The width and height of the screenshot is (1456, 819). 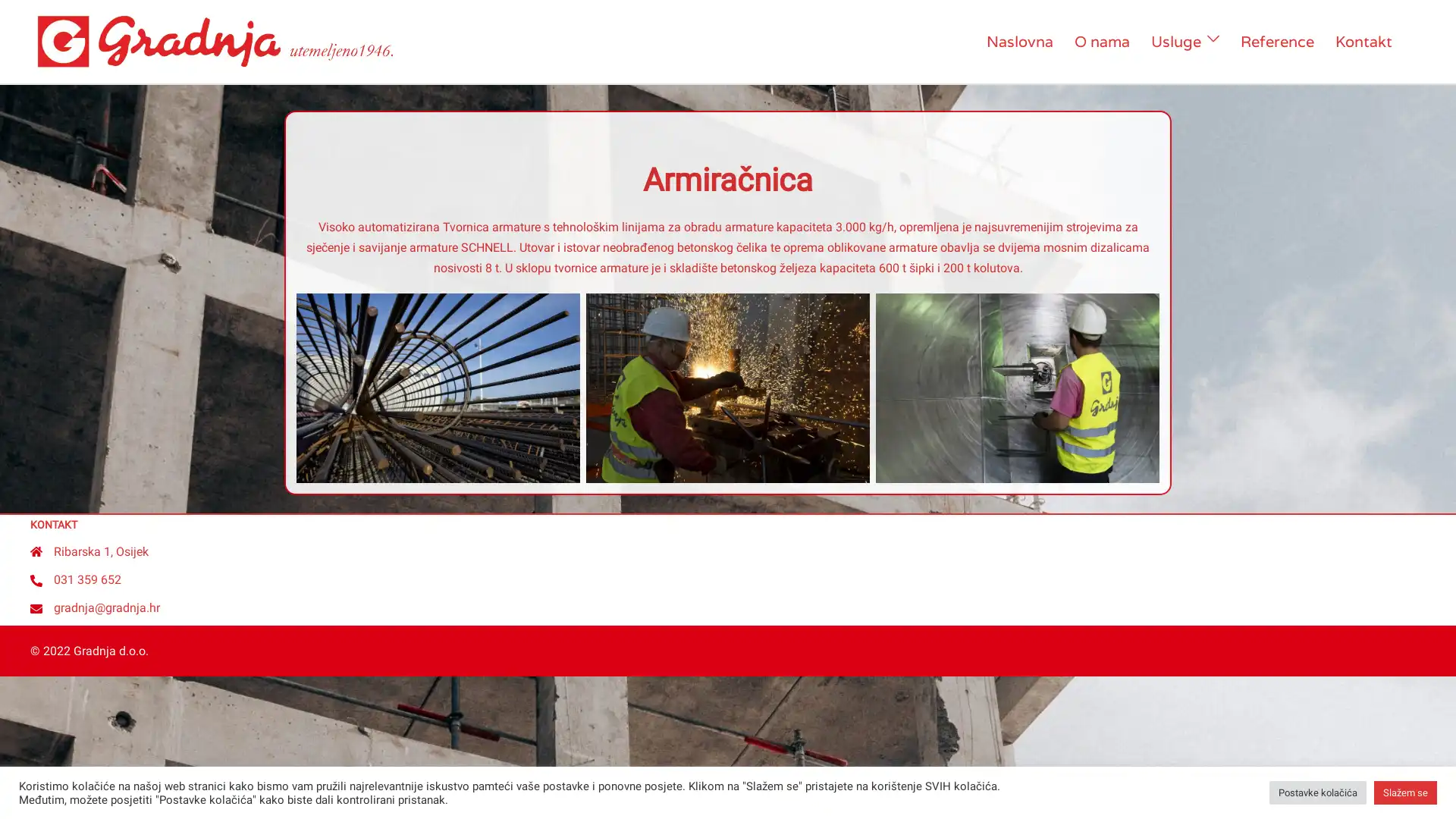 What do you see at coordinates (1404, 792) in the screenshot?
I see `Slazem se` at bounding box center [1404, 792].